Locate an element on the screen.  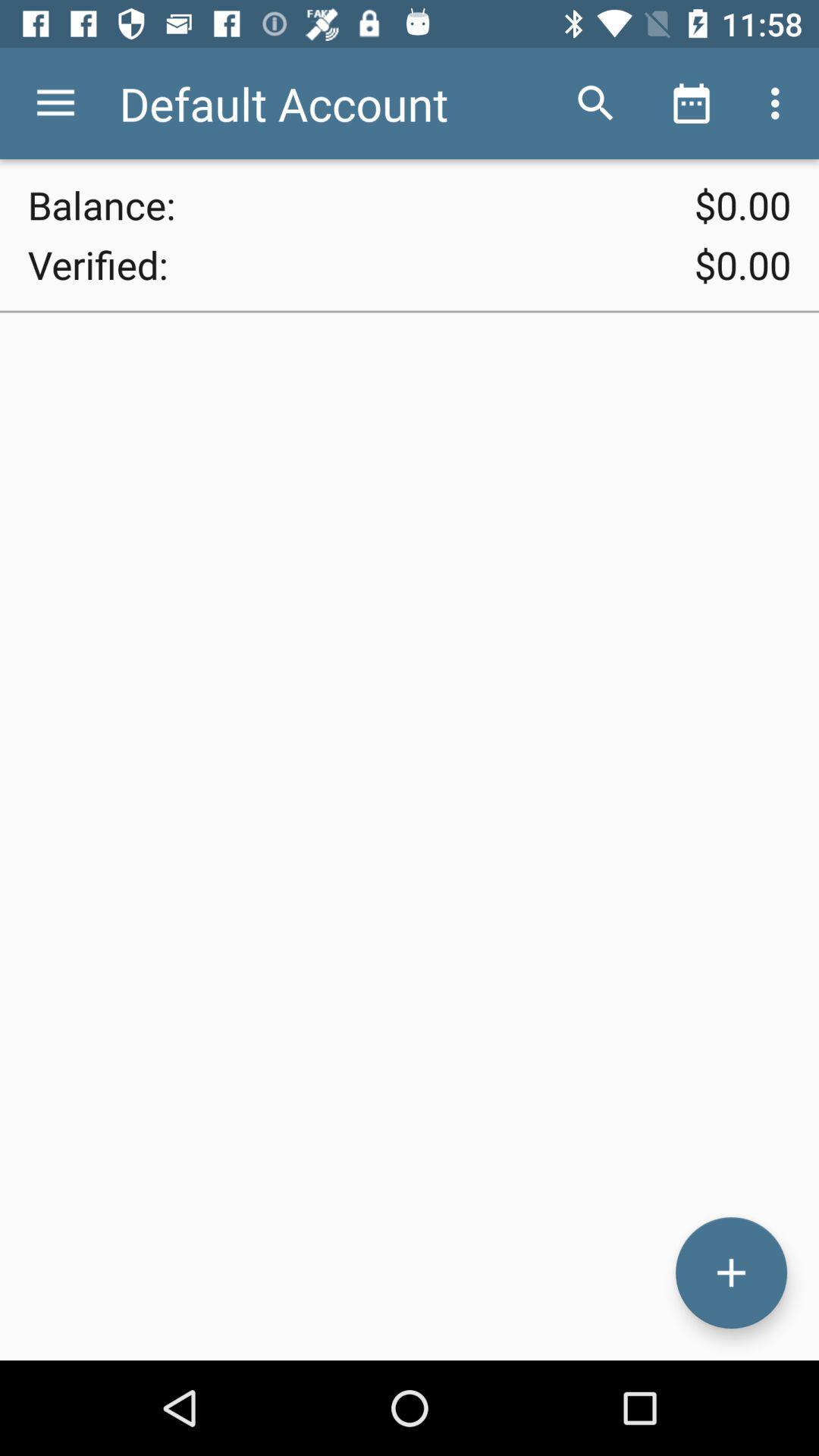
icon above the balance: item is located at coordinates (55, 102).